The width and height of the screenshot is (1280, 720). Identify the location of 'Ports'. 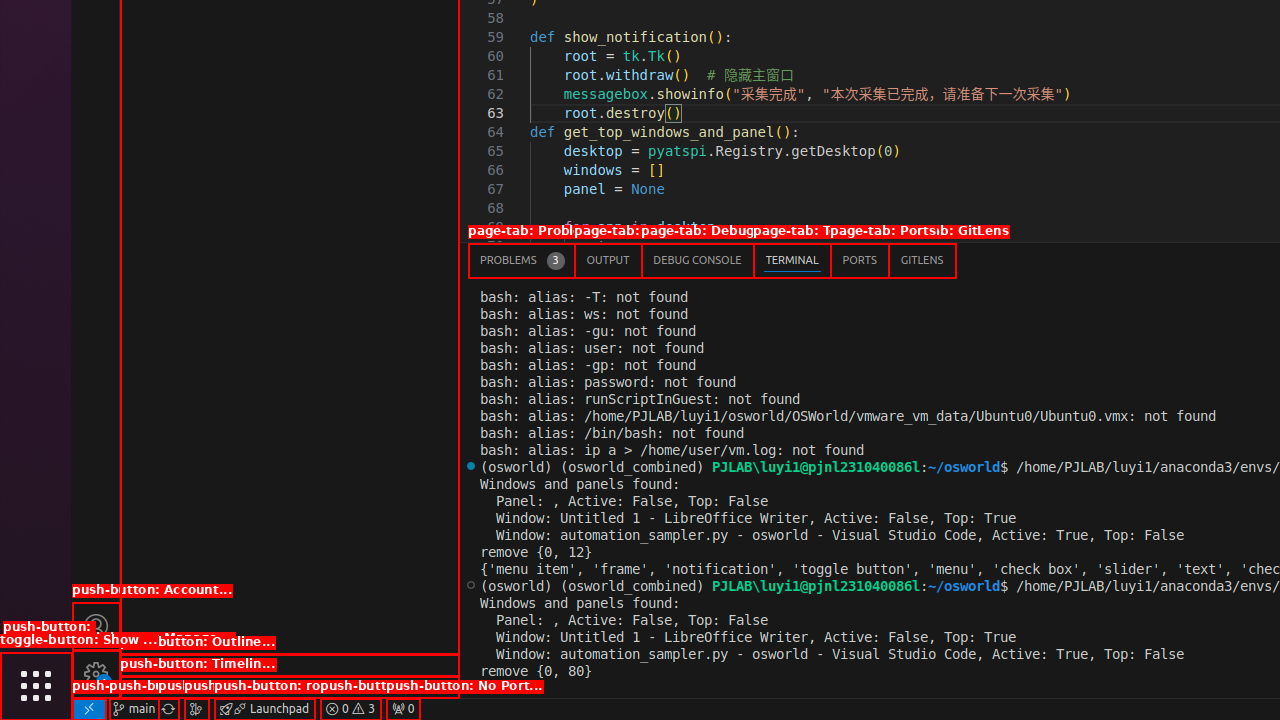
(859, 259).